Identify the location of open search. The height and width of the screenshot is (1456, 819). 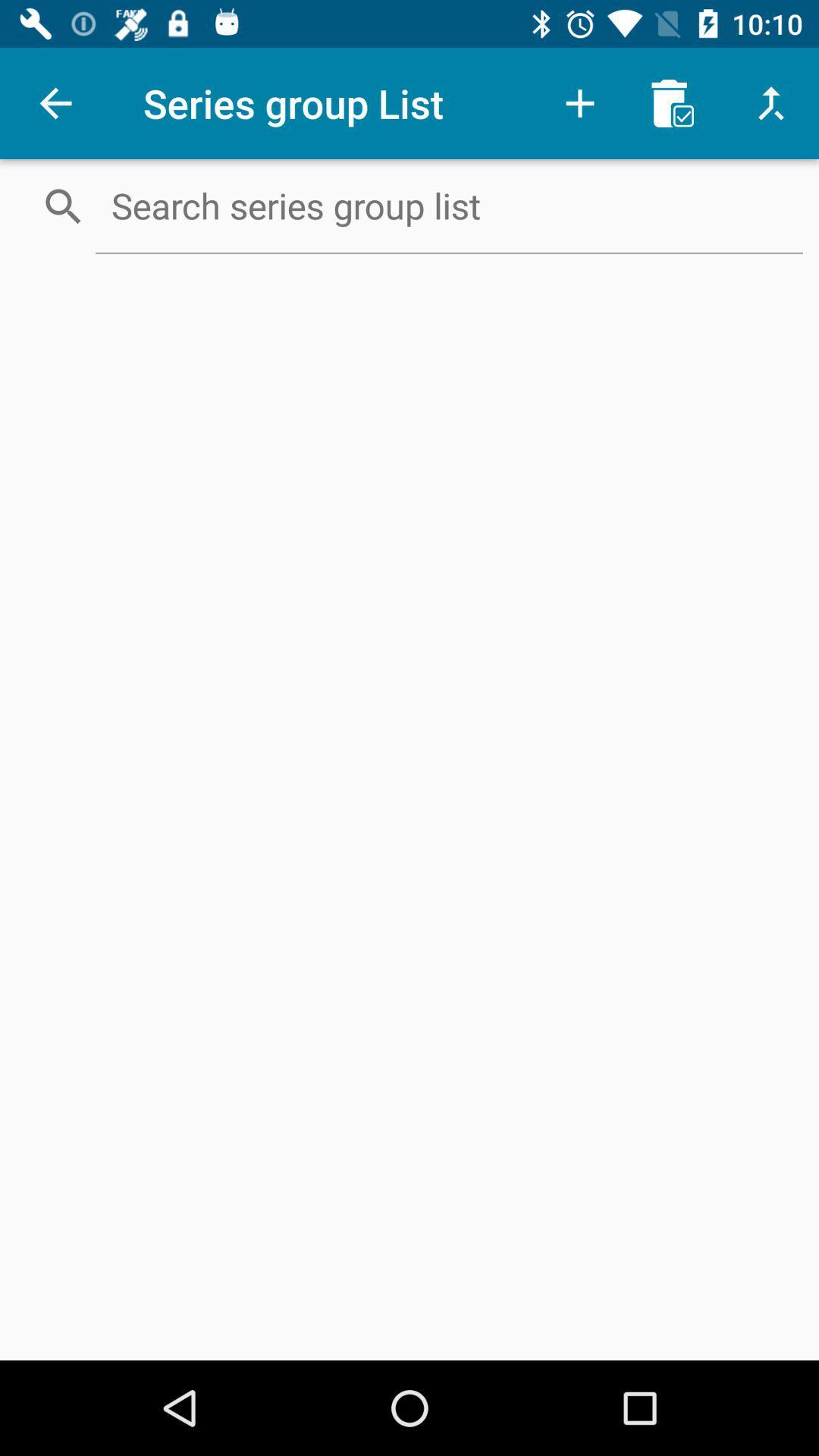
(448, 205).